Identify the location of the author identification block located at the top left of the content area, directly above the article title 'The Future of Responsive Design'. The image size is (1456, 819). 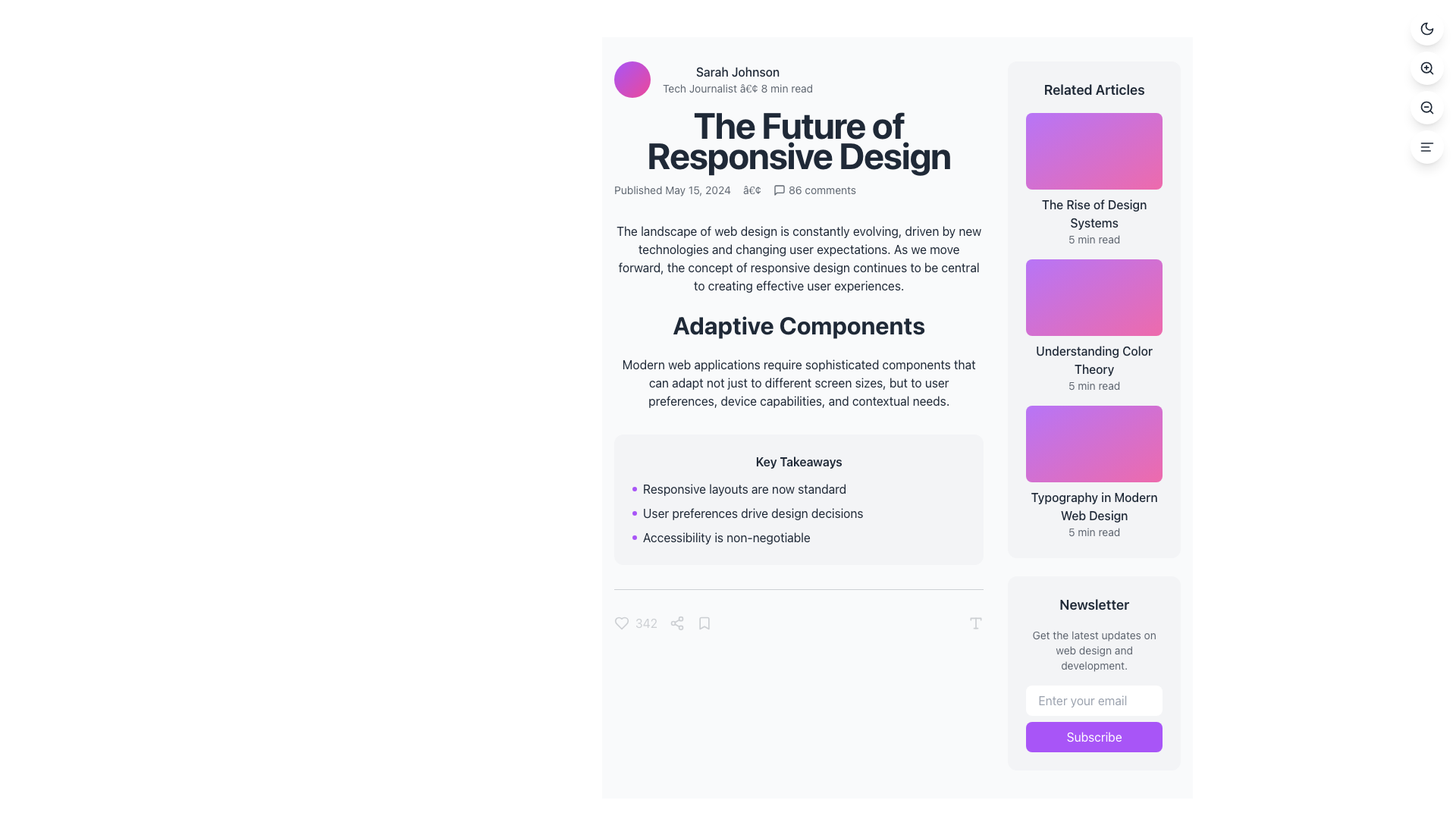
(798, 79).